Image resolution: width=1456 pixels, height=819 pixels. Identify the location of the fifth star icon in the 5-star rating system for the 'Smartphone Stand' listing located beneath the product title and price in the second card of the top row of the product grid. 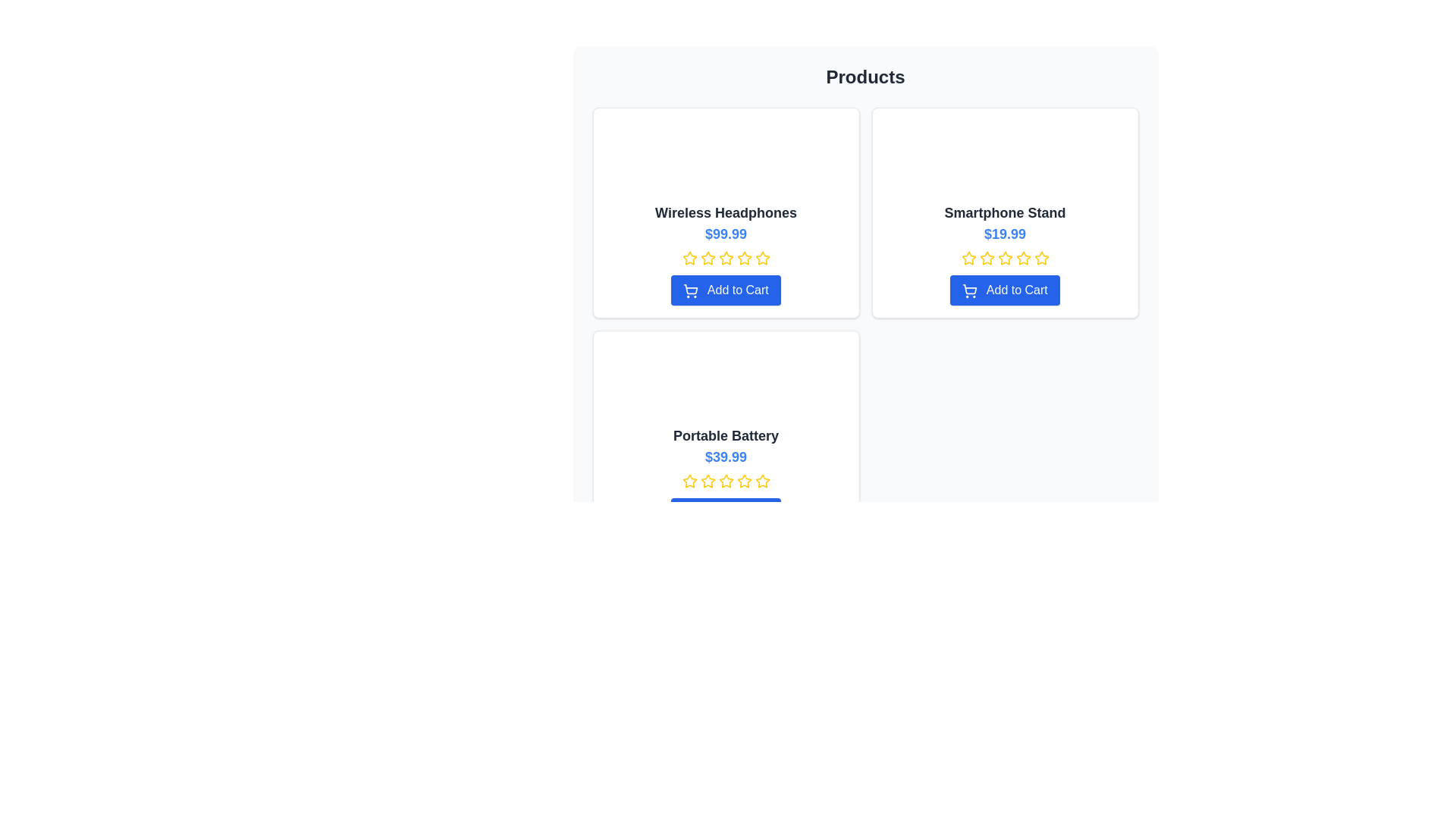
(1040, 257).